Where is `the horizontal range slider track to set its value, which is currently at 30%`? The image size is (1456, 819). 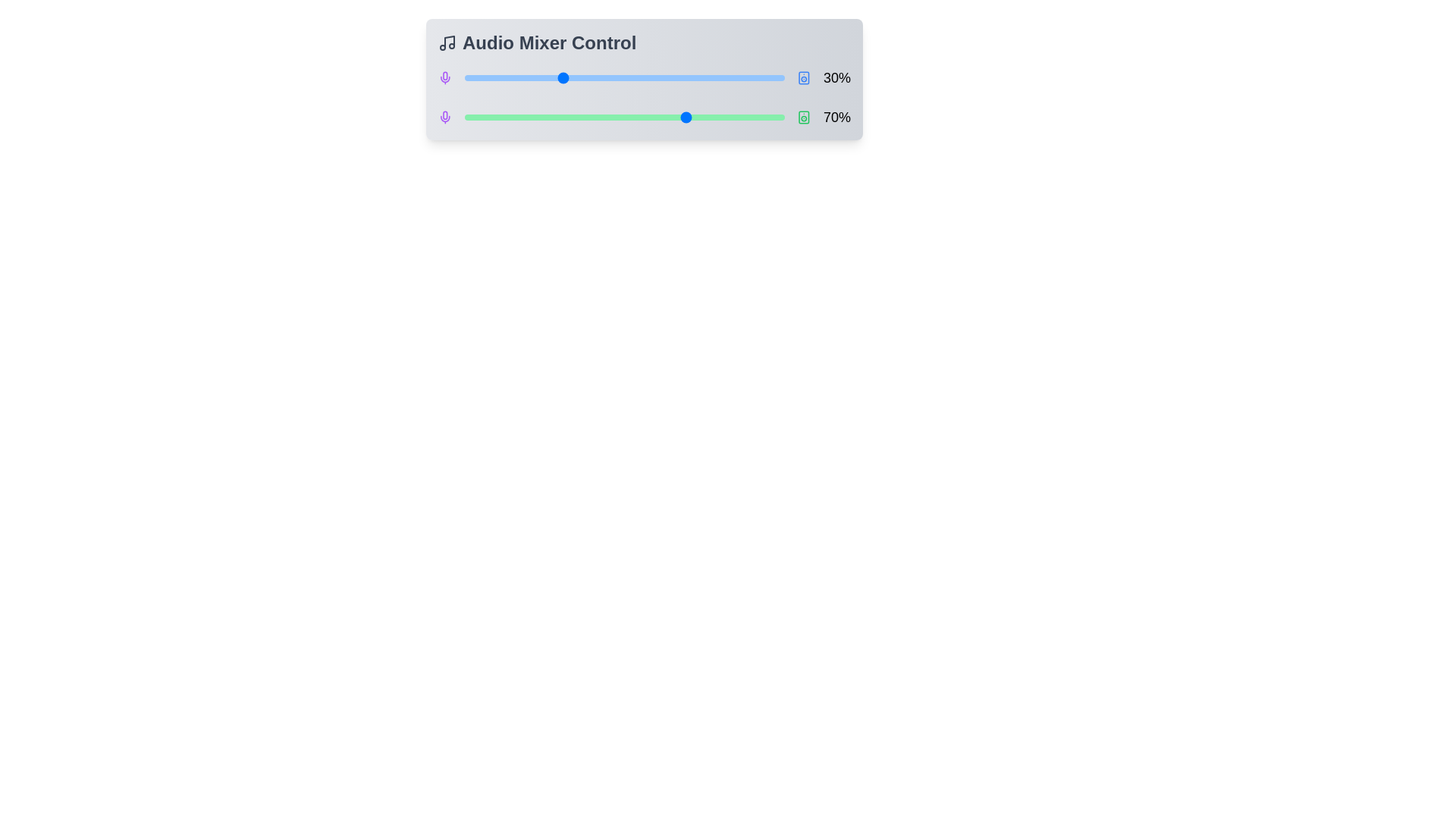 the horizontal range slider track to set its value, which is currently at 30% is located at coordinates (625, 78).